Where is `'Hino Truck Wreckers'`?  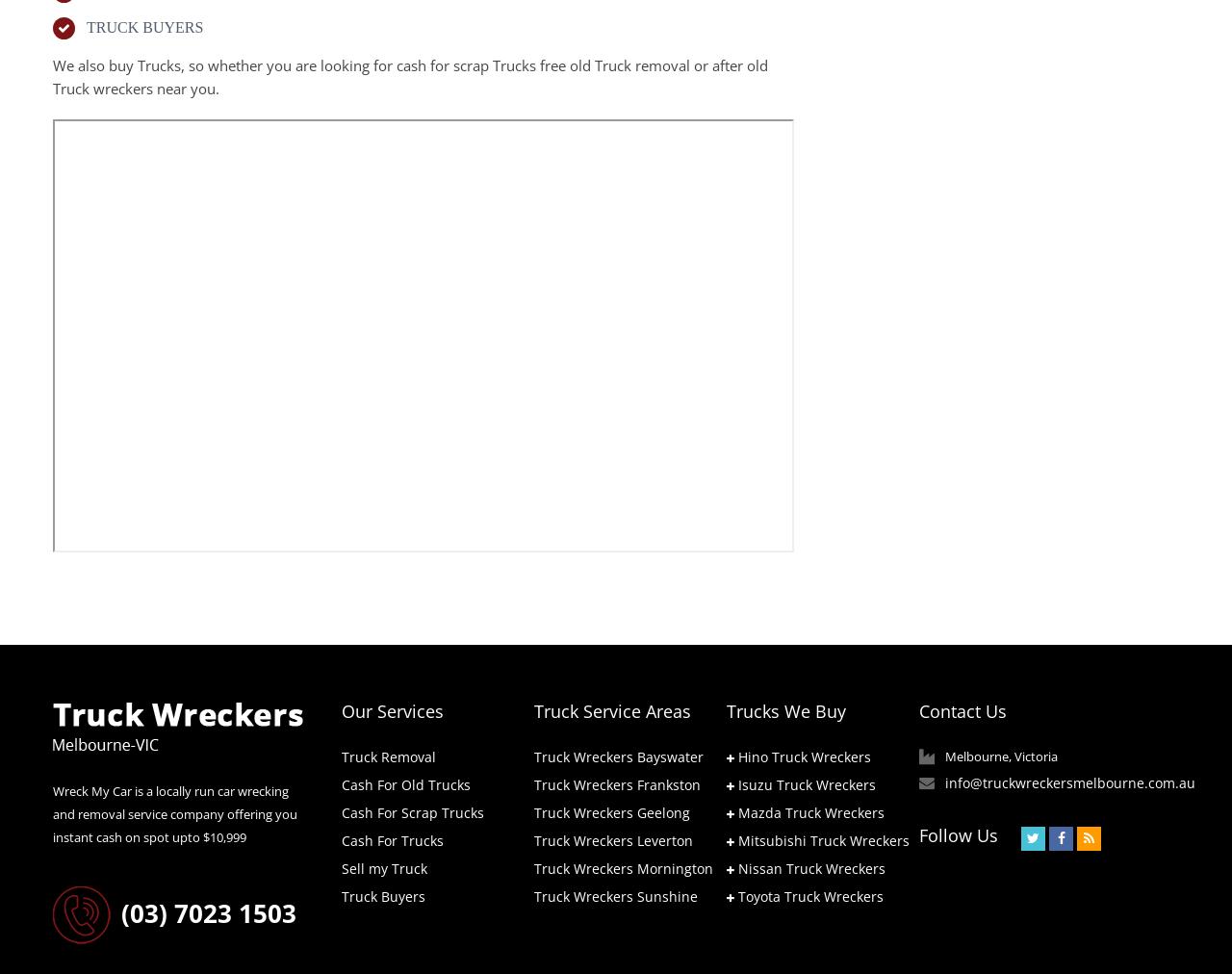
'Hino Truck Wreckers' is located at coordinates (804, 755).